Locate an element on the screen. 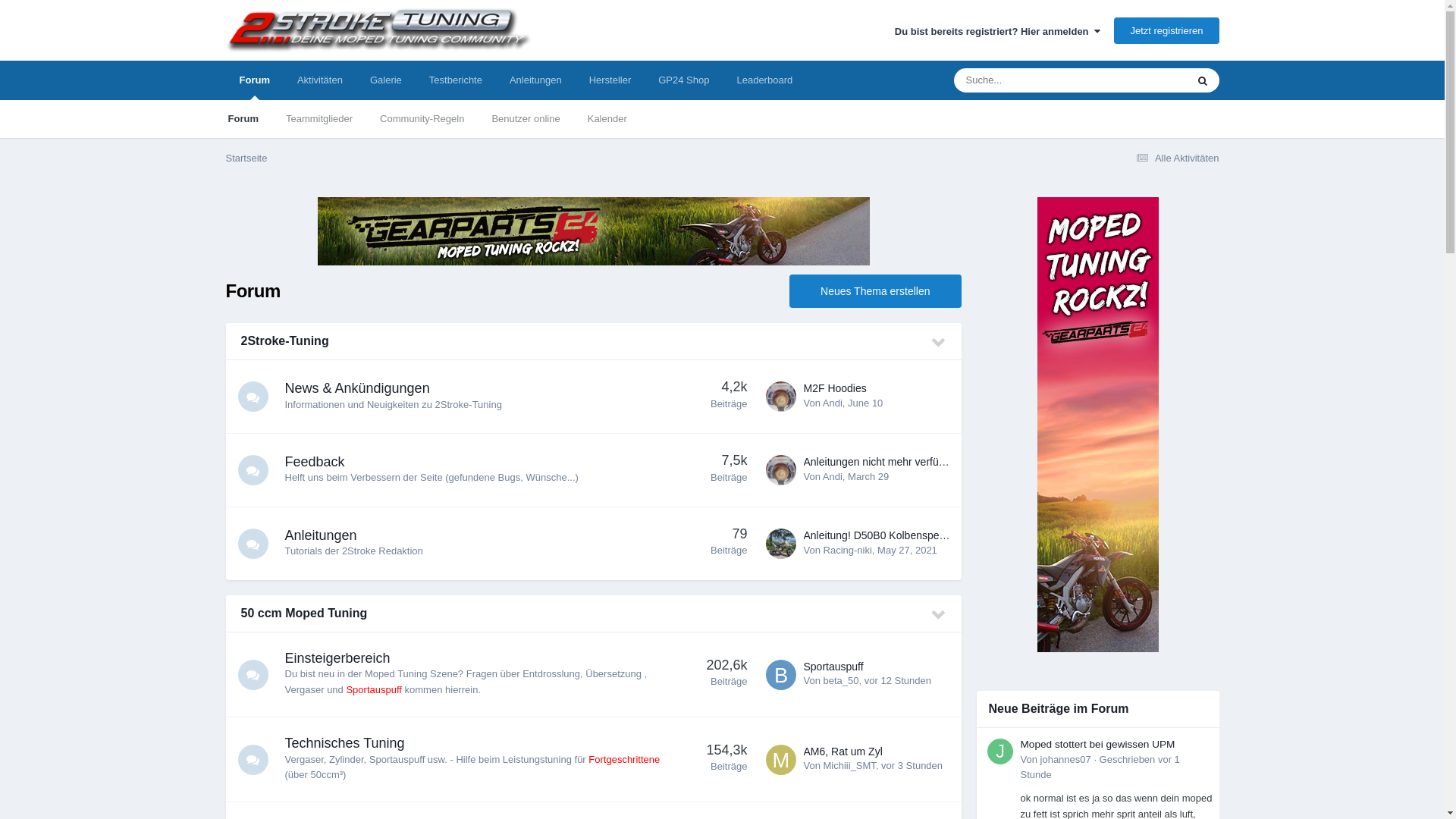  'Michiii_SMT' is located at coordinates (822, 765).